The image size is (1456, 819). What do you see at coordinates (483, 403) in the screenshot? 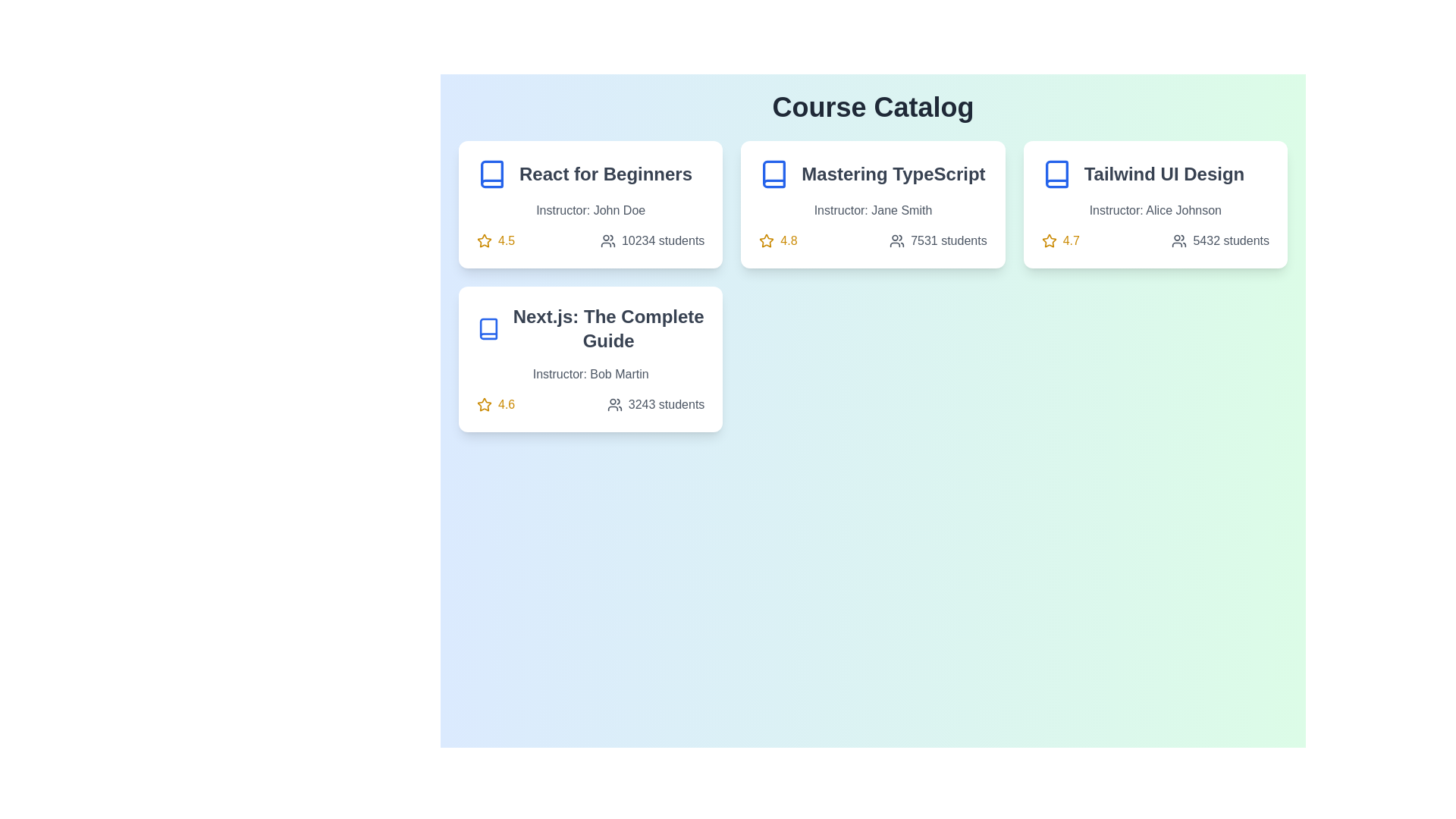
I see `the star icon` at bounding box center [483, 403].